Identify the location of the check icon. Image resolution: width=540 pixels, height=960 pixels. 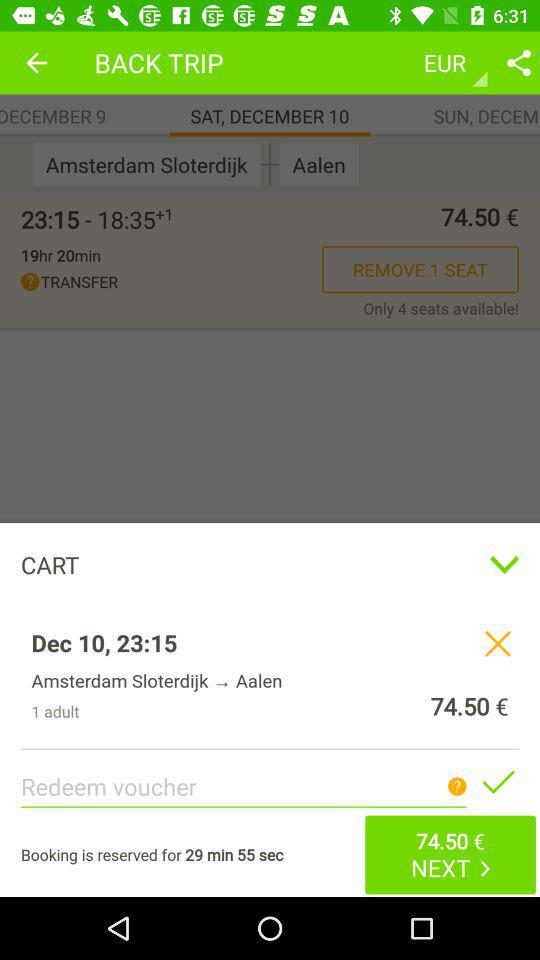
(496, 781).